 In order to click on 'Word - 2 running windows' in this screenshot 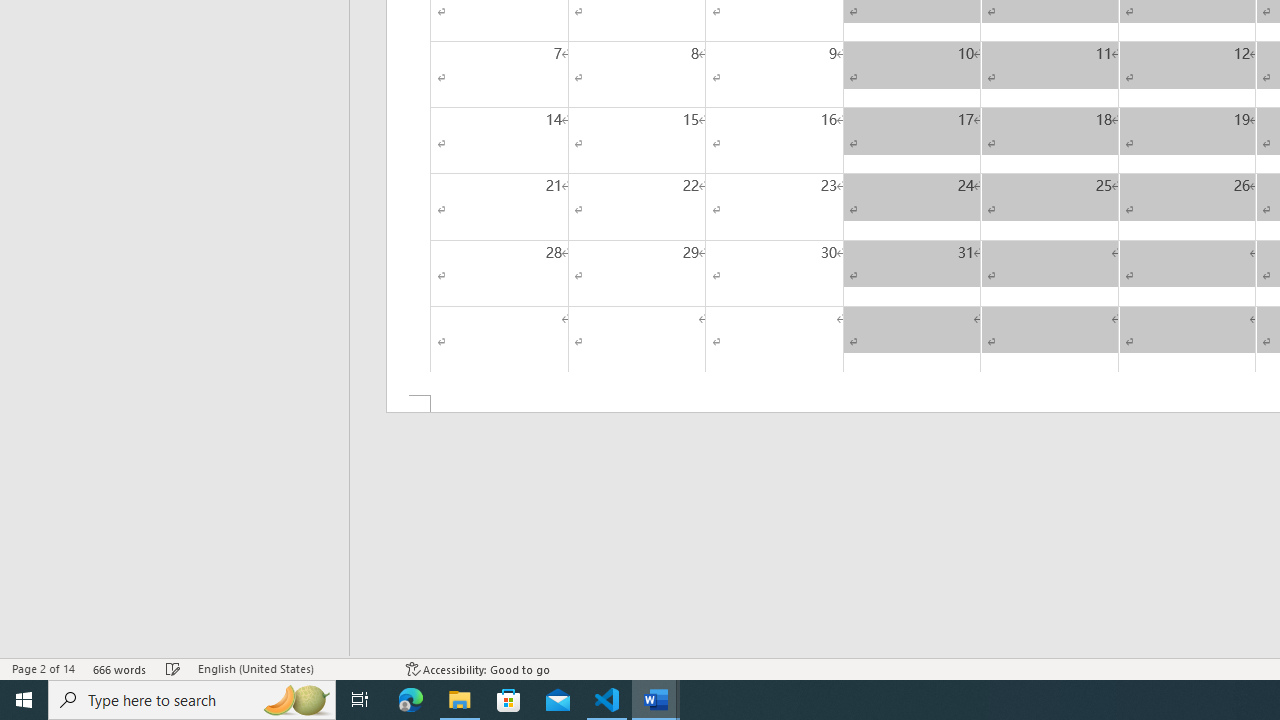, I will do `click(656, 698)`.